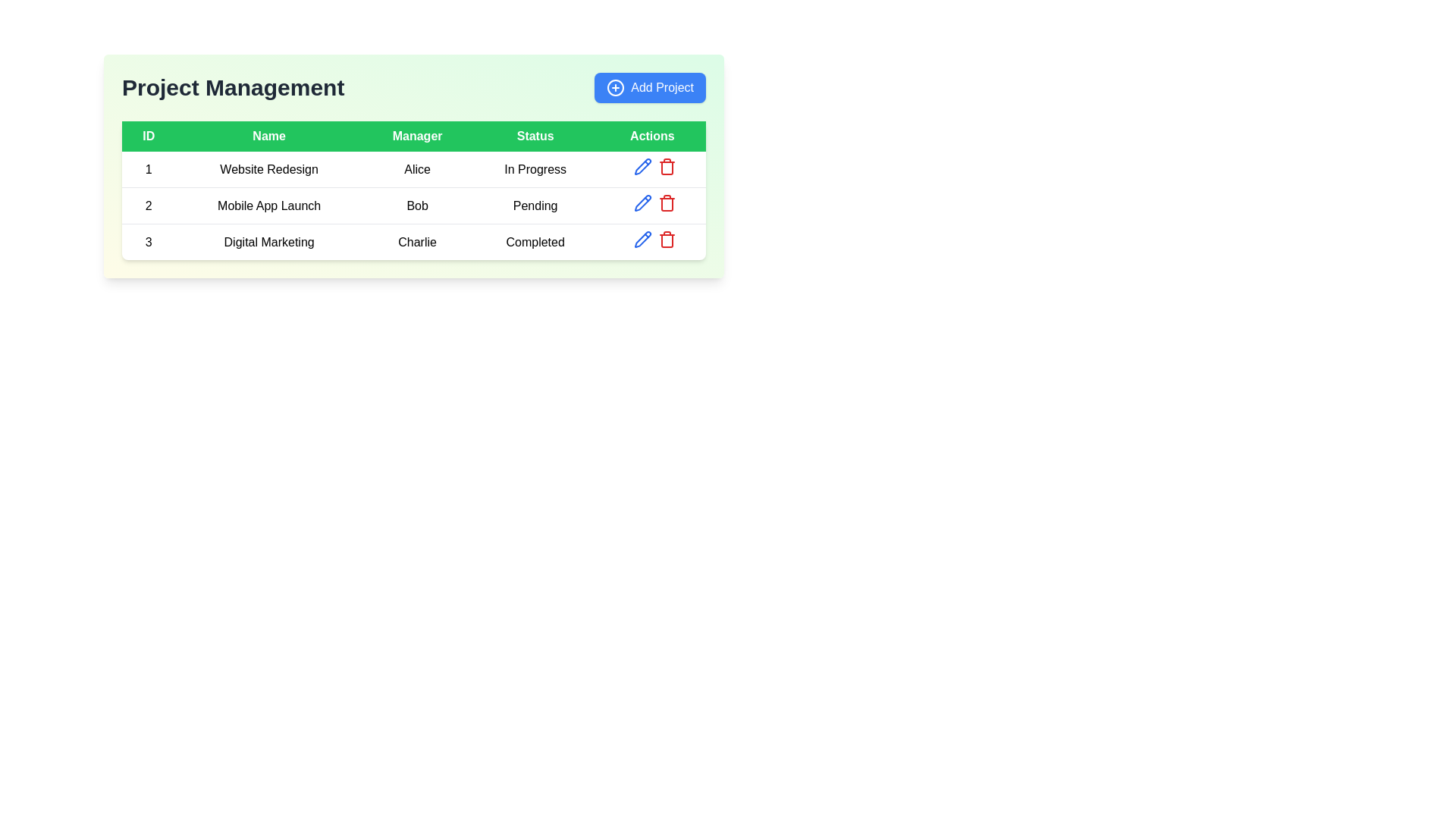 Image resolution: width=1456 pixels, height=819 pixels. Describe the element at coordinates (414, 206) in the screenshot. I see `the text field displaying 'Bob' located in the second row under the 'Manager' column of the project information table` at that location.